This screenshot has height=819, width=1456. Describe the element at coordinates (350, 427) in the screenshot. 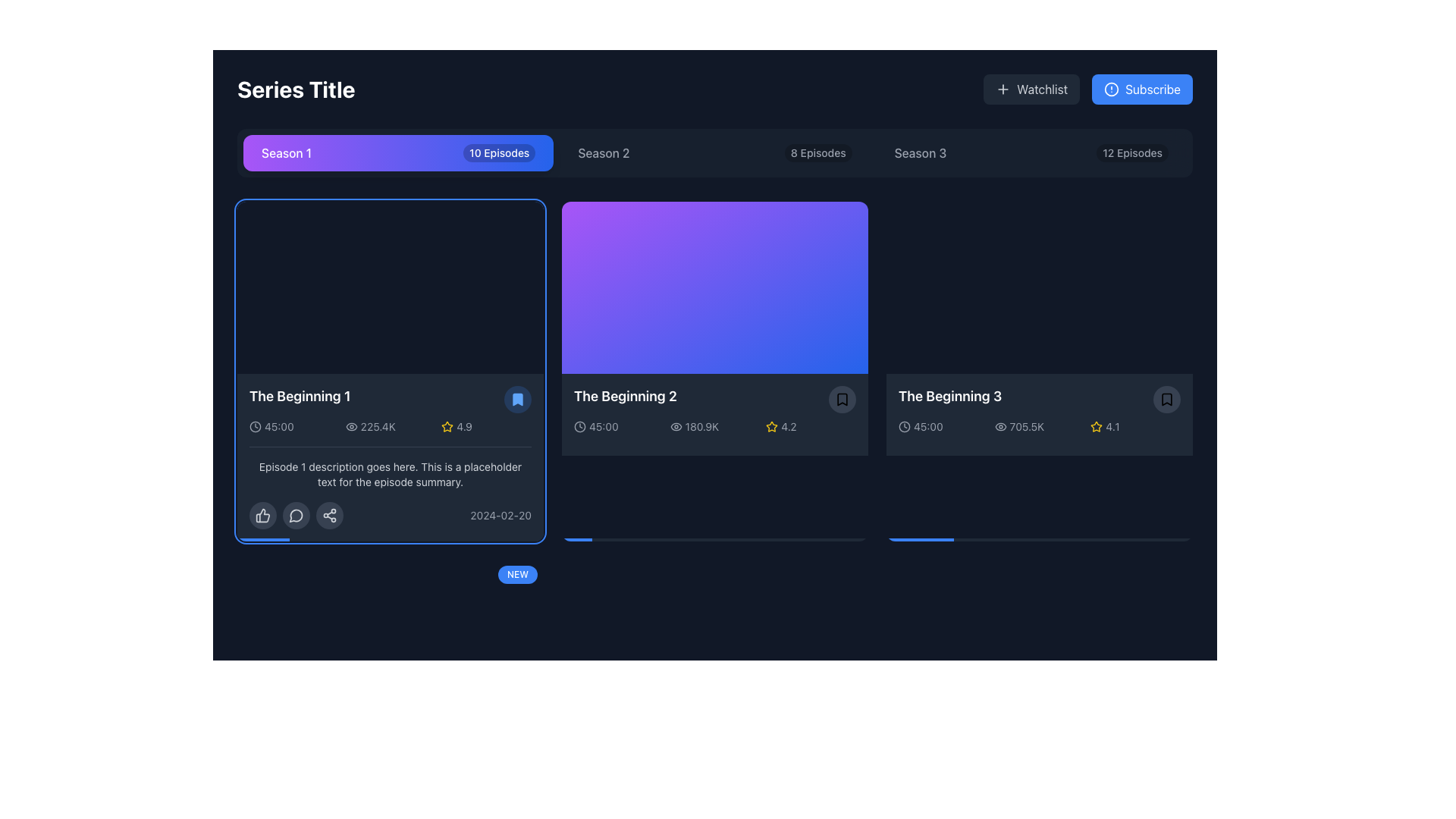

I see `the 'View' or 'Eye' icon located to the left of the numerical text display '225.4K' in the media section below the title 'The Beginning 1'` at that location.